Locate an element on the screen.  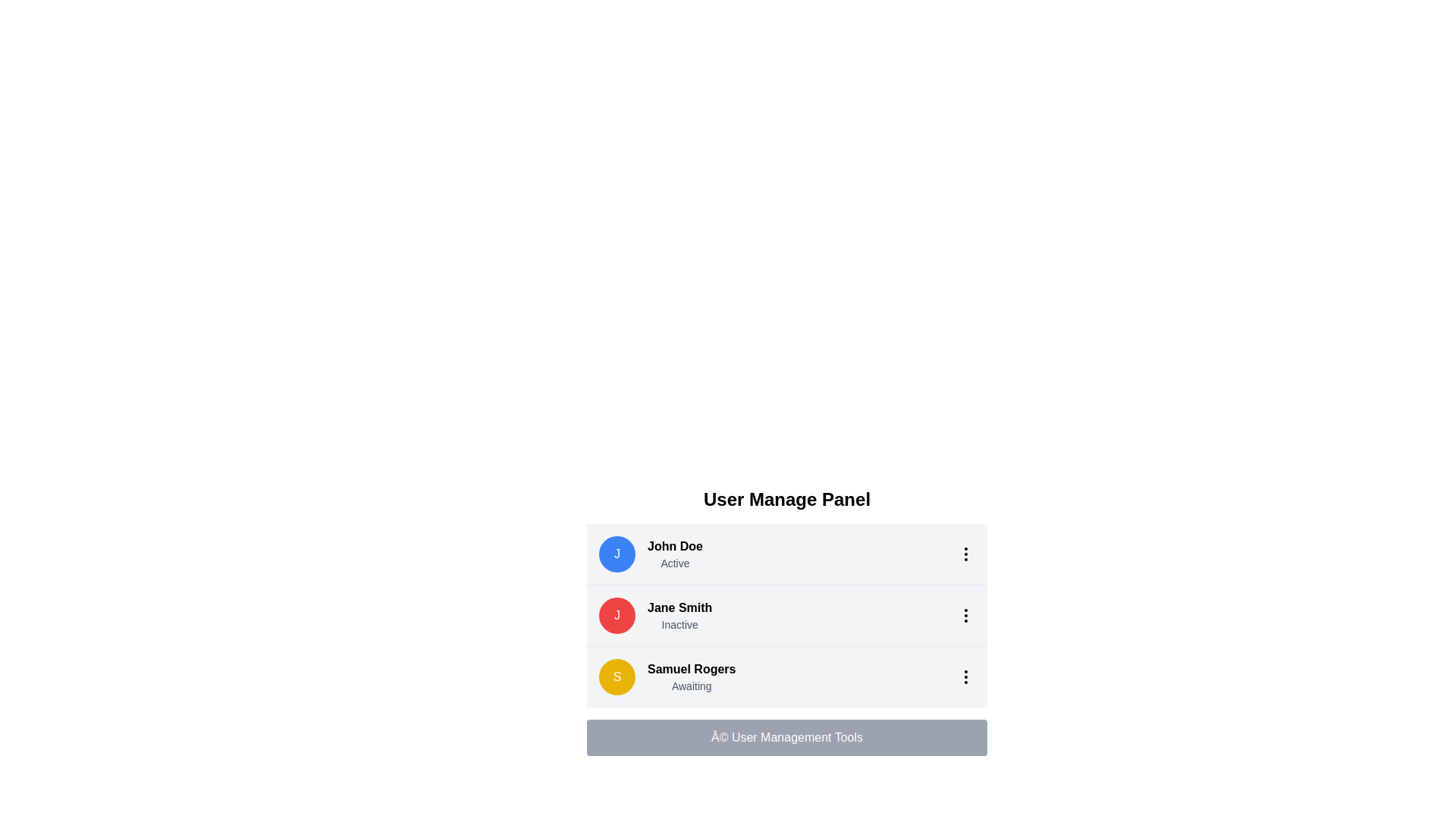
the text label displaying '© User Management Tools' located at the bottom of the user interface with a gray background is located at coordinates (786, 736).